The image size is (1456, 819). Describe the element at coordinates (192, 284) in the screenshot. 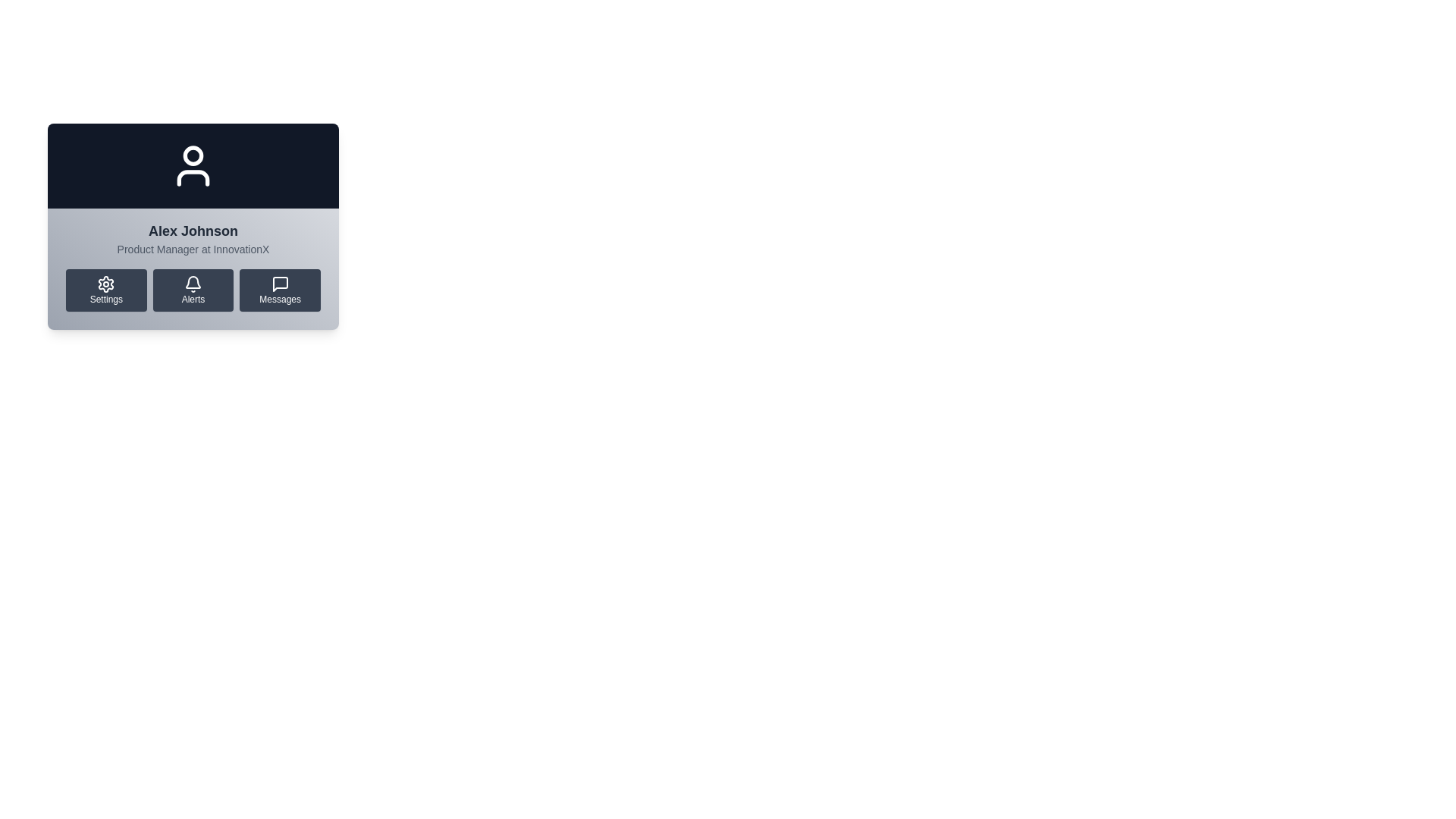

I see `the bell-shaped notification icon labeled 'Alerts' located in the bottom row between the gear icon and the speech bubble` at that location.